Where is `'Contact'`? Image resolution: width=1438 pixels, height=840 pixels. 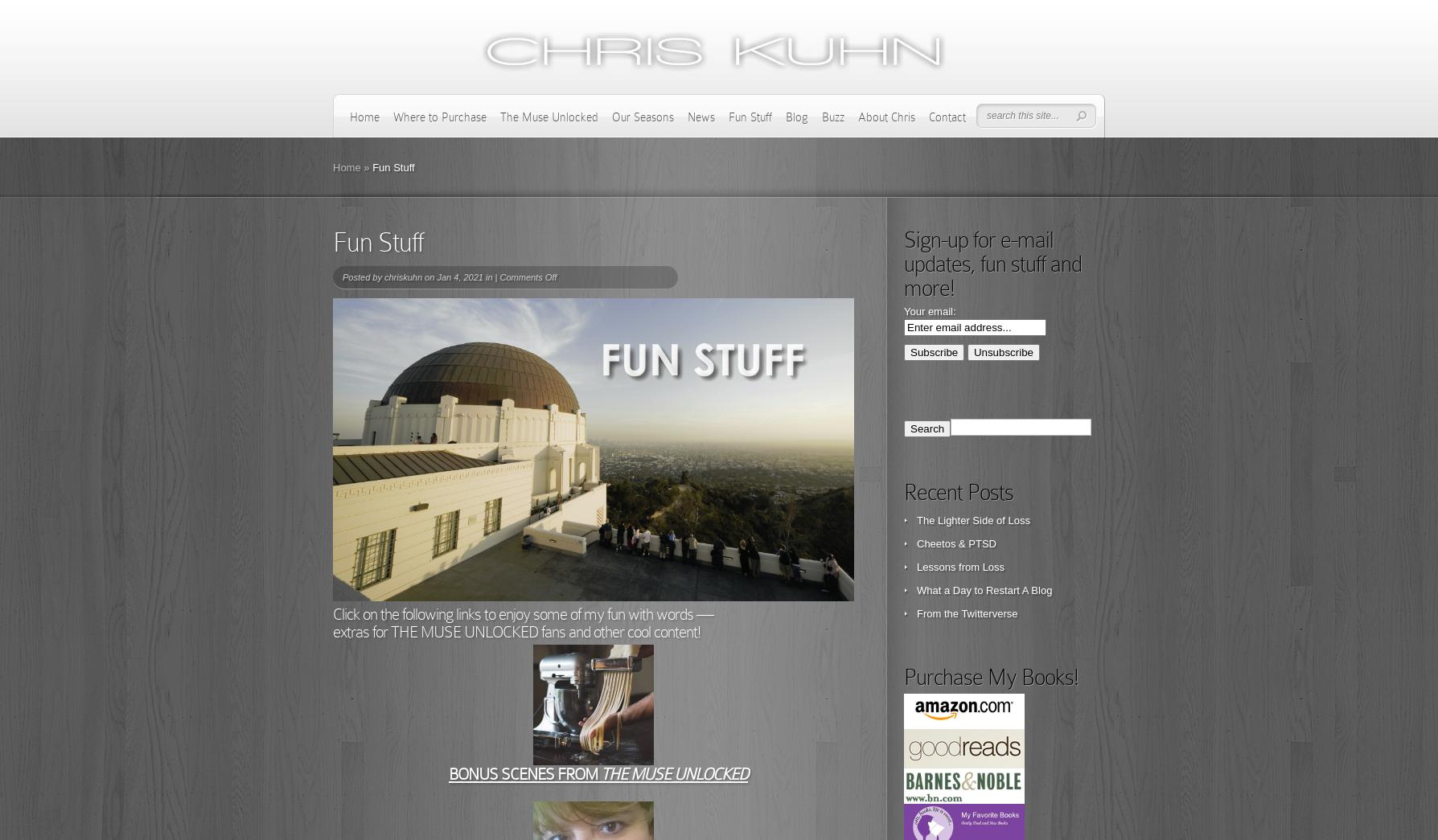 'Contact' is located at coordinates (946, 116).